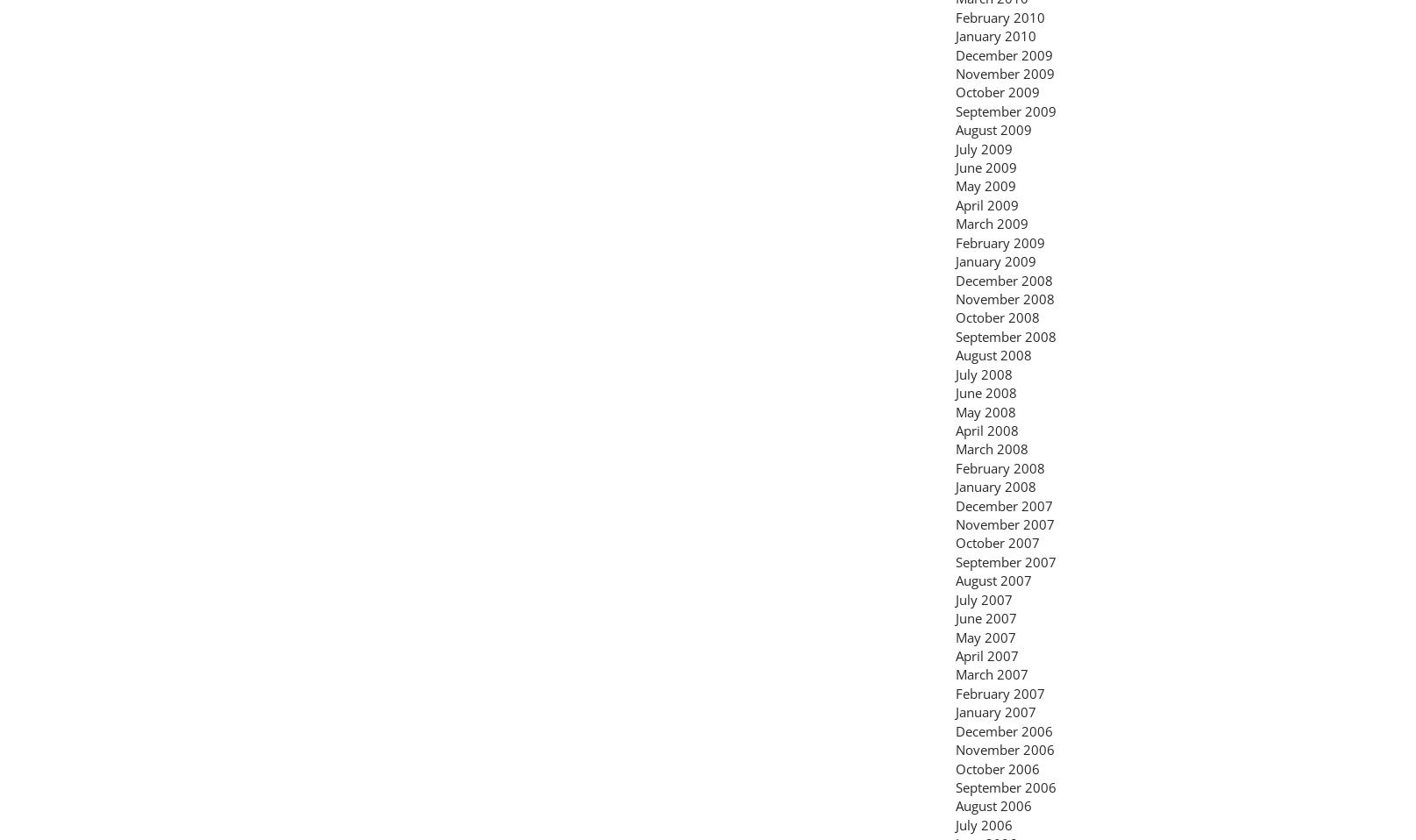 The width and height of the screenshot is (1416, 840). I want to click on 'June 2009', so click(955, 167).